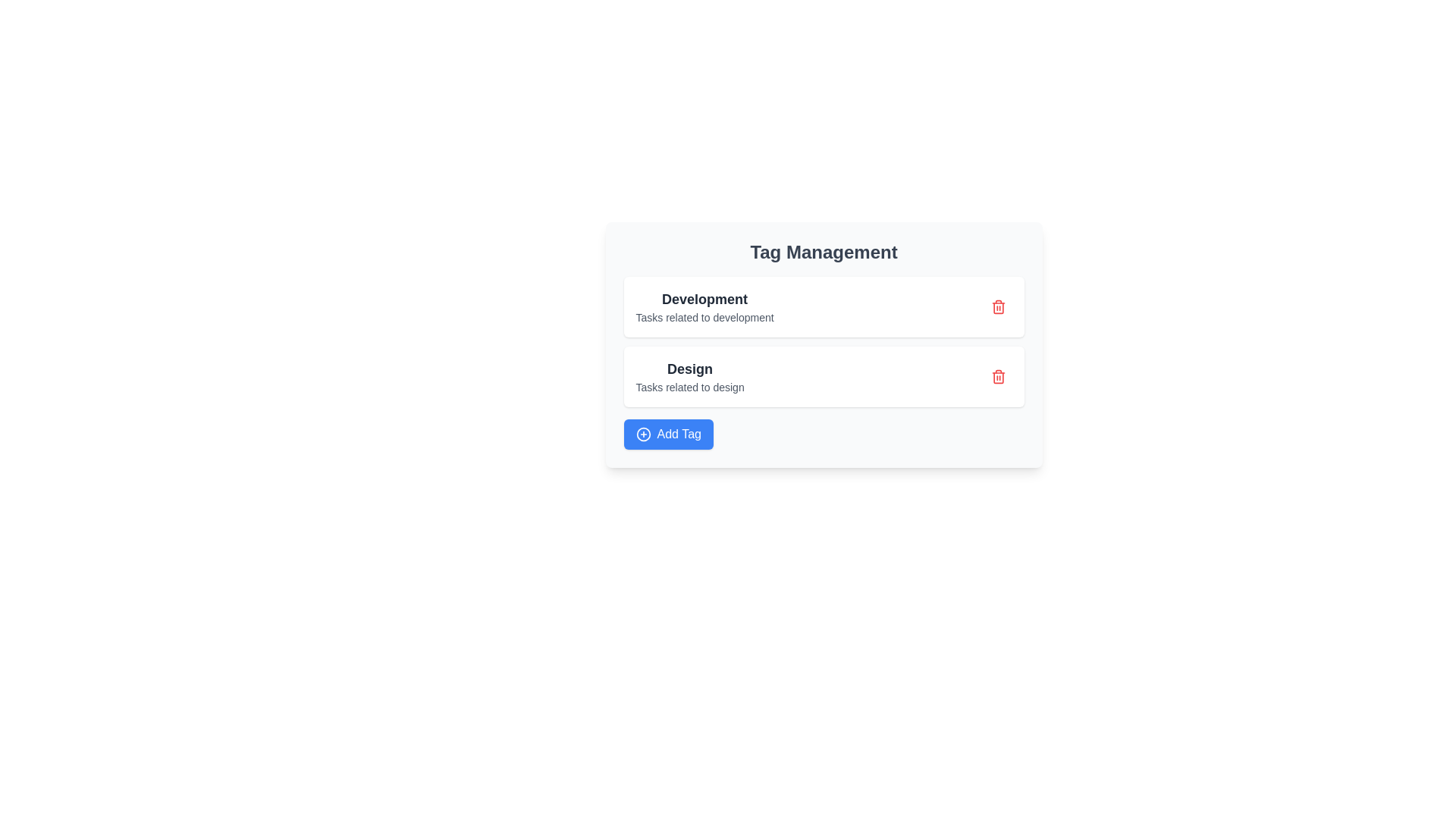 The image size is (1456, 819). Describe the element at coordinates (667, 435) in the screenshot. I see `the blue rectangular button labeled 'Add Tag' with a white plus icon` at that location.